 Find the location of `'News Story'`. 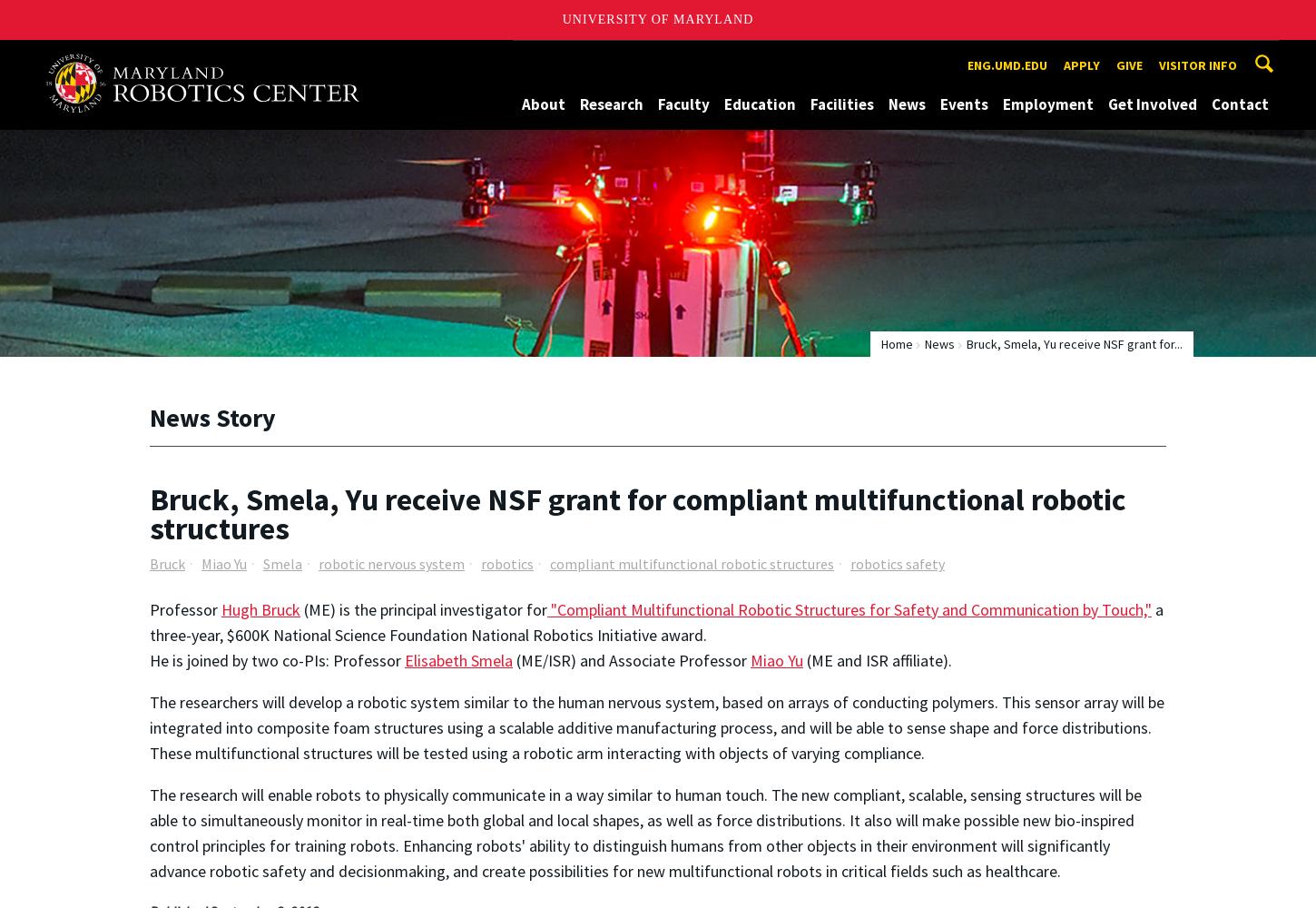

'News Story' is located at coordinates (211, 416).